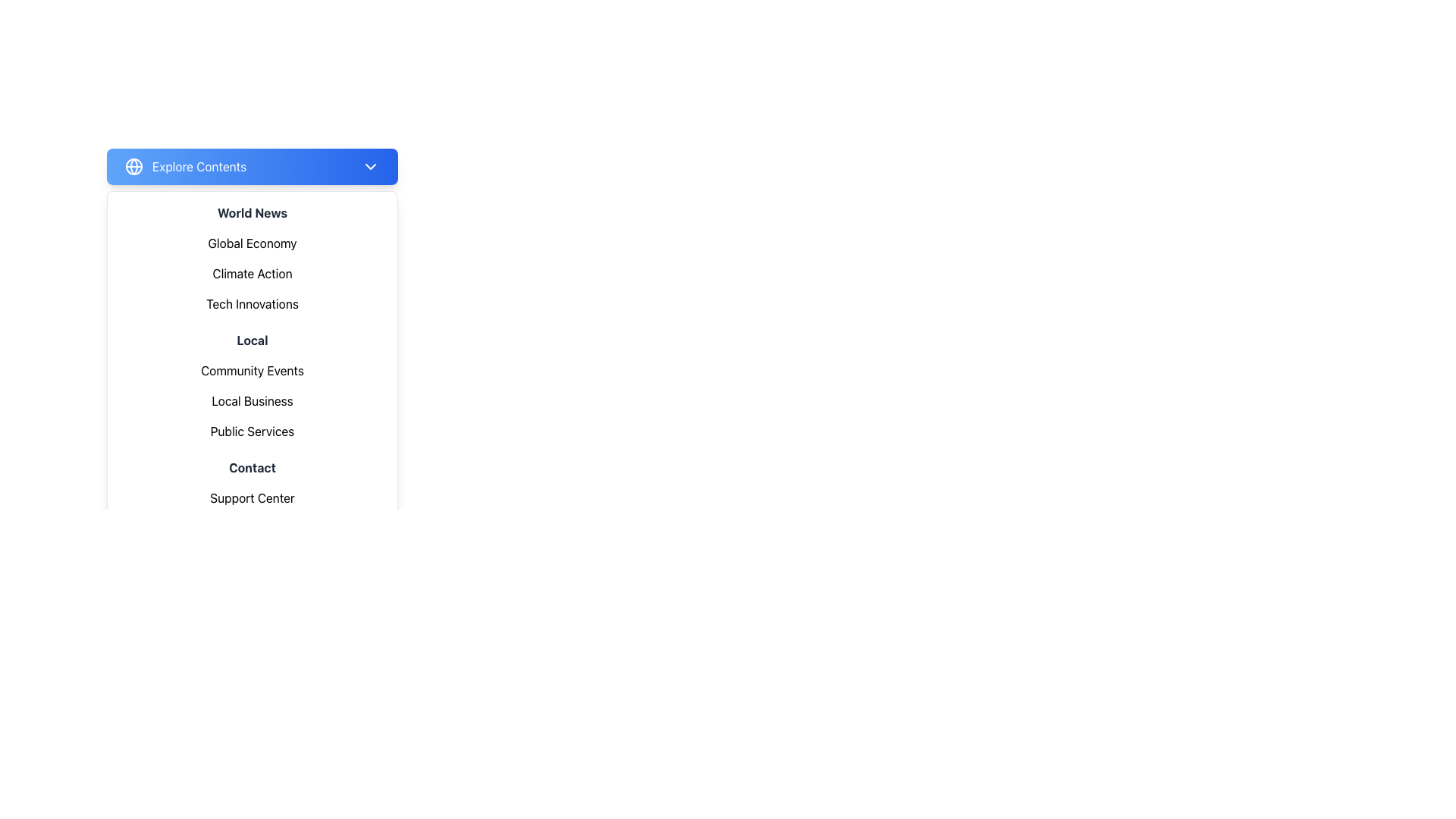 The width and height of the screenshot is (1456, 819). What do you see at coordinates (252, 213) in the screenshot?
I see `the static text element that serves as a heading in the dropdown menu, positioned just below the blue header bar and above the sibling elements` at bounding box center [252, 213].